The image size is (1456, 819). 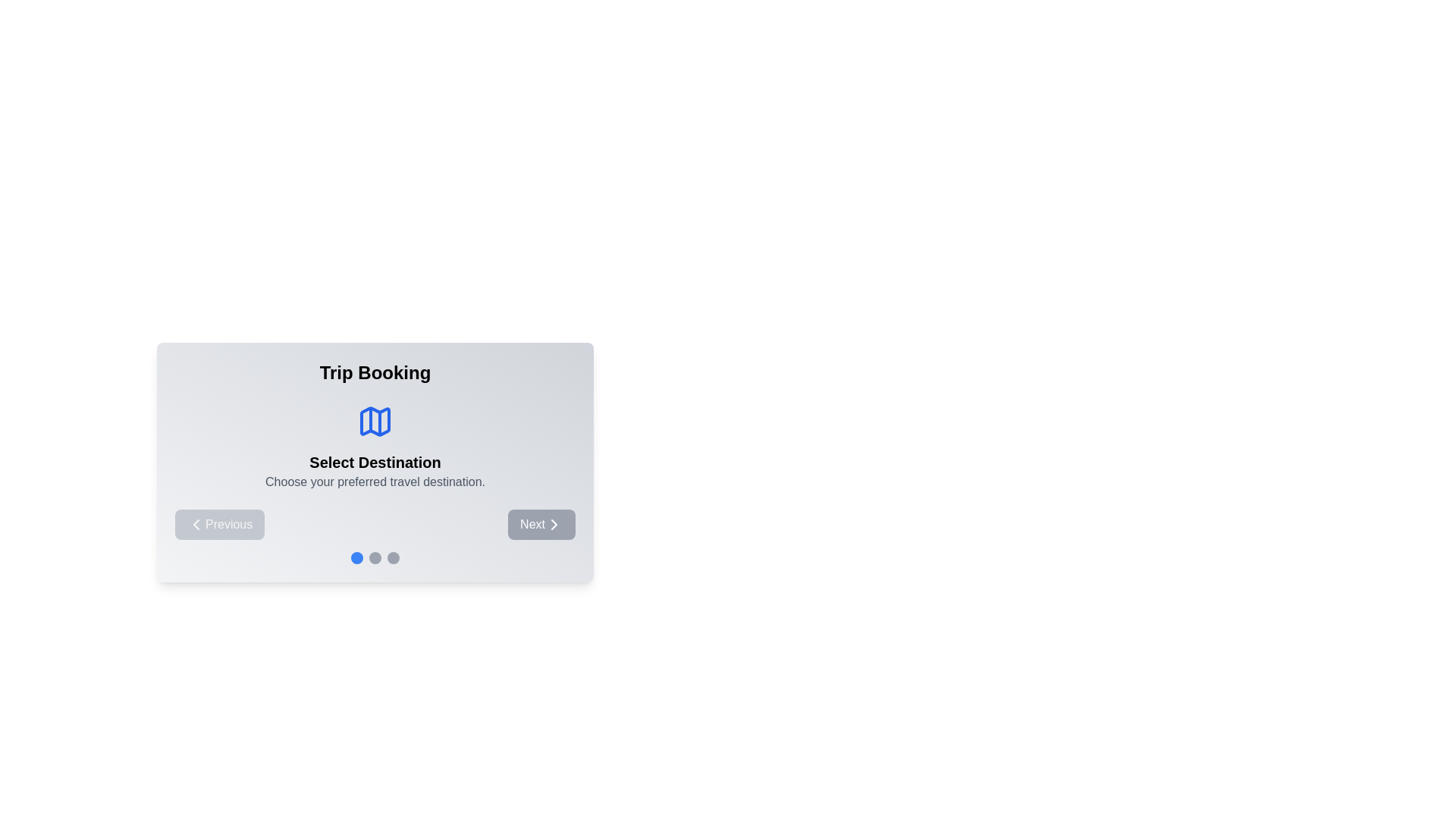 What do you see at coordinates (196, 523) in the screenshot?
I see `the indication of the backward navigation chevron icon located within the 'Previous' button at the bottom-left of the card interface` at bounding box center [196, 523].